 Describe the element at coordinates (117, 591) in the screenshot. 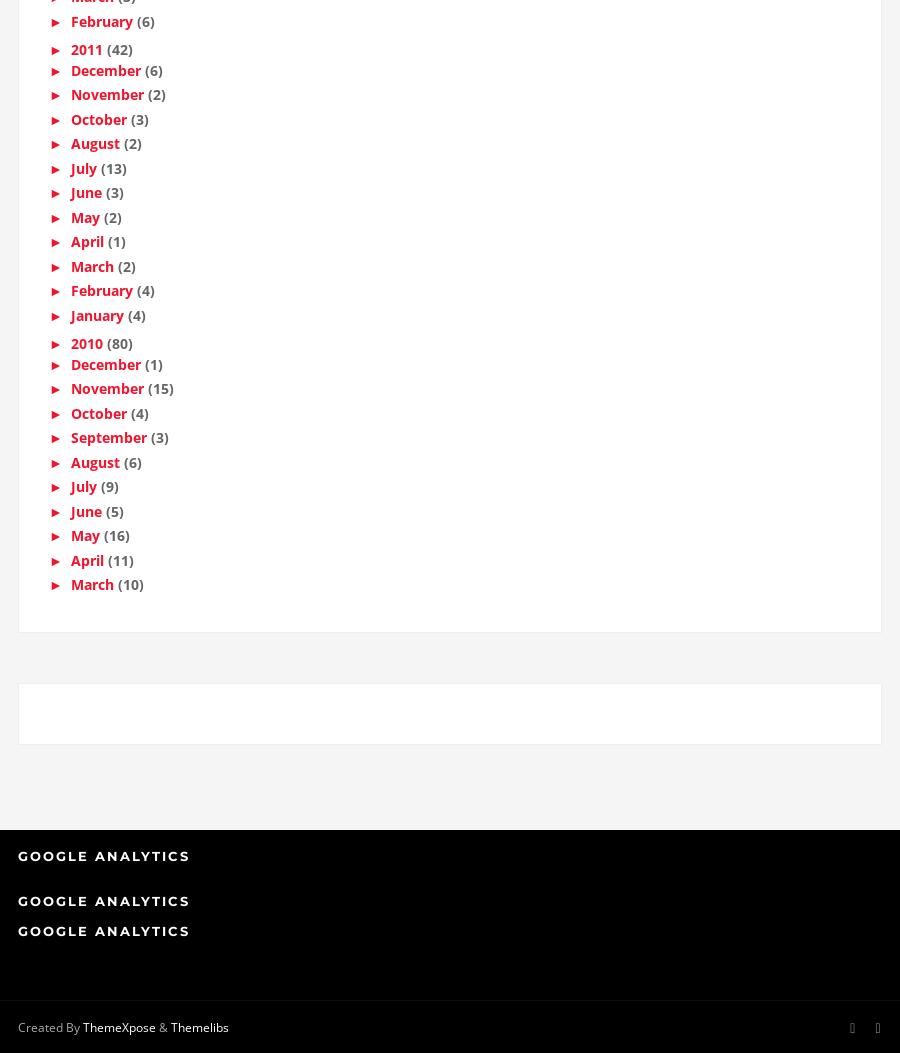

I see `'(10)'` at that location.